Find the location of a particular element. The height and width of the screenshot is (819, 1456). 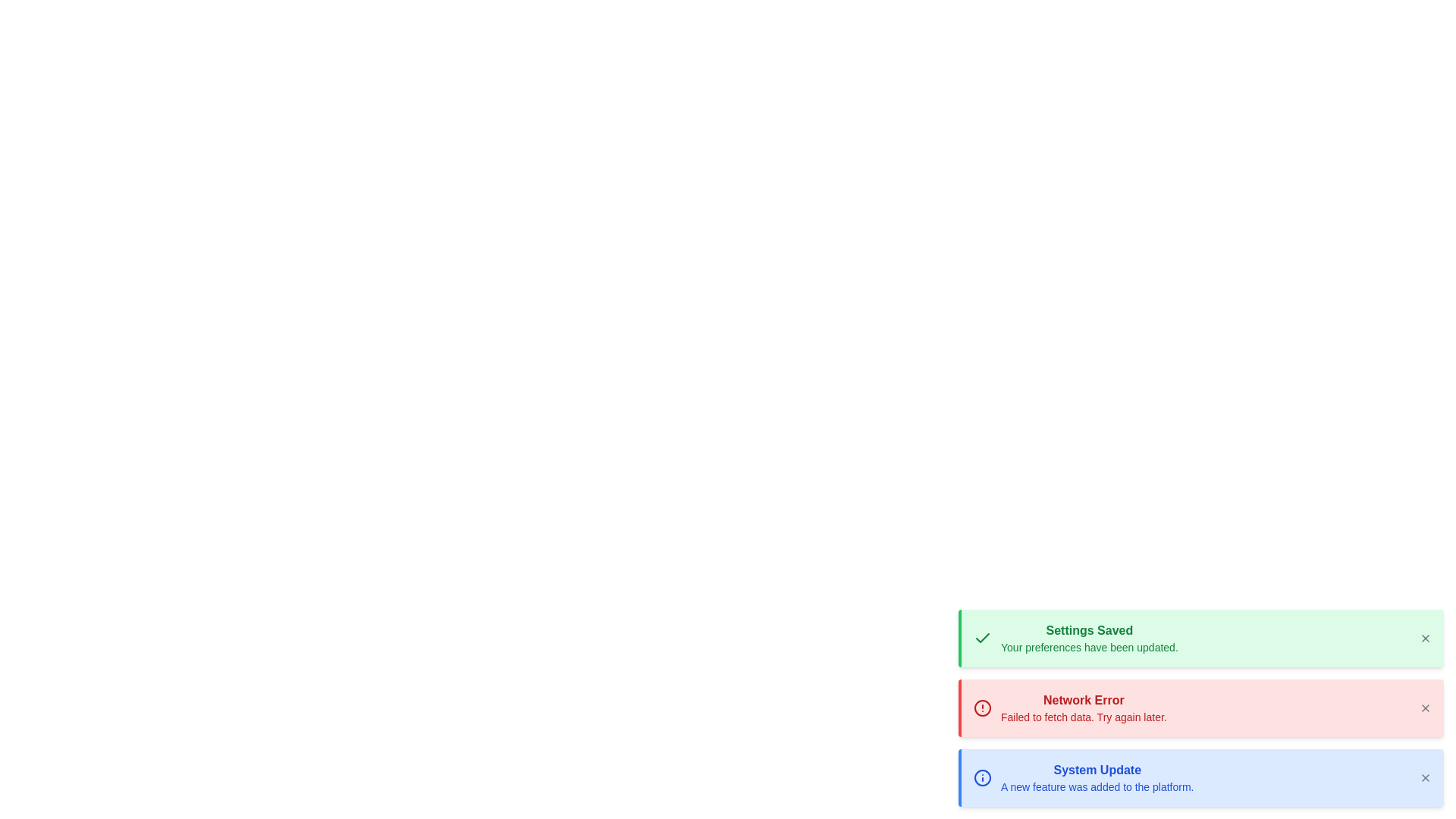

the close button represented by an 'X' in the top-right corner of the red 'Network Error' notification card is located at coordinates (1425, 708).